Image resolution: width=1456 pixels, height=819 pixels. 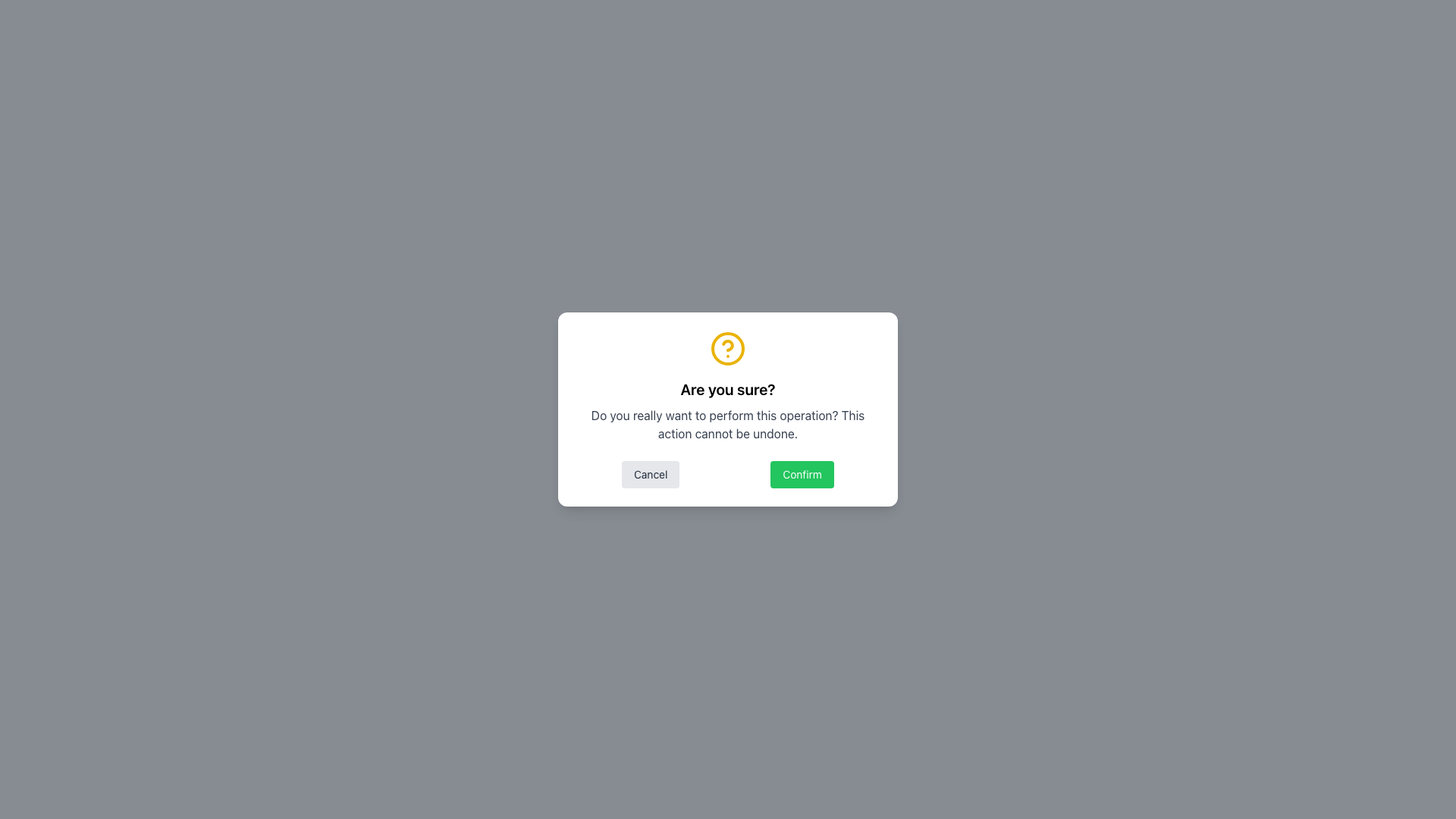 What do you see at coordinates (728, 473) in the screenshot?
I see `the 'Confirm' button in the Interactive button group located at the bottom of the modal card, below the title 'Are you sure?'` at bounding box center [728, 473].